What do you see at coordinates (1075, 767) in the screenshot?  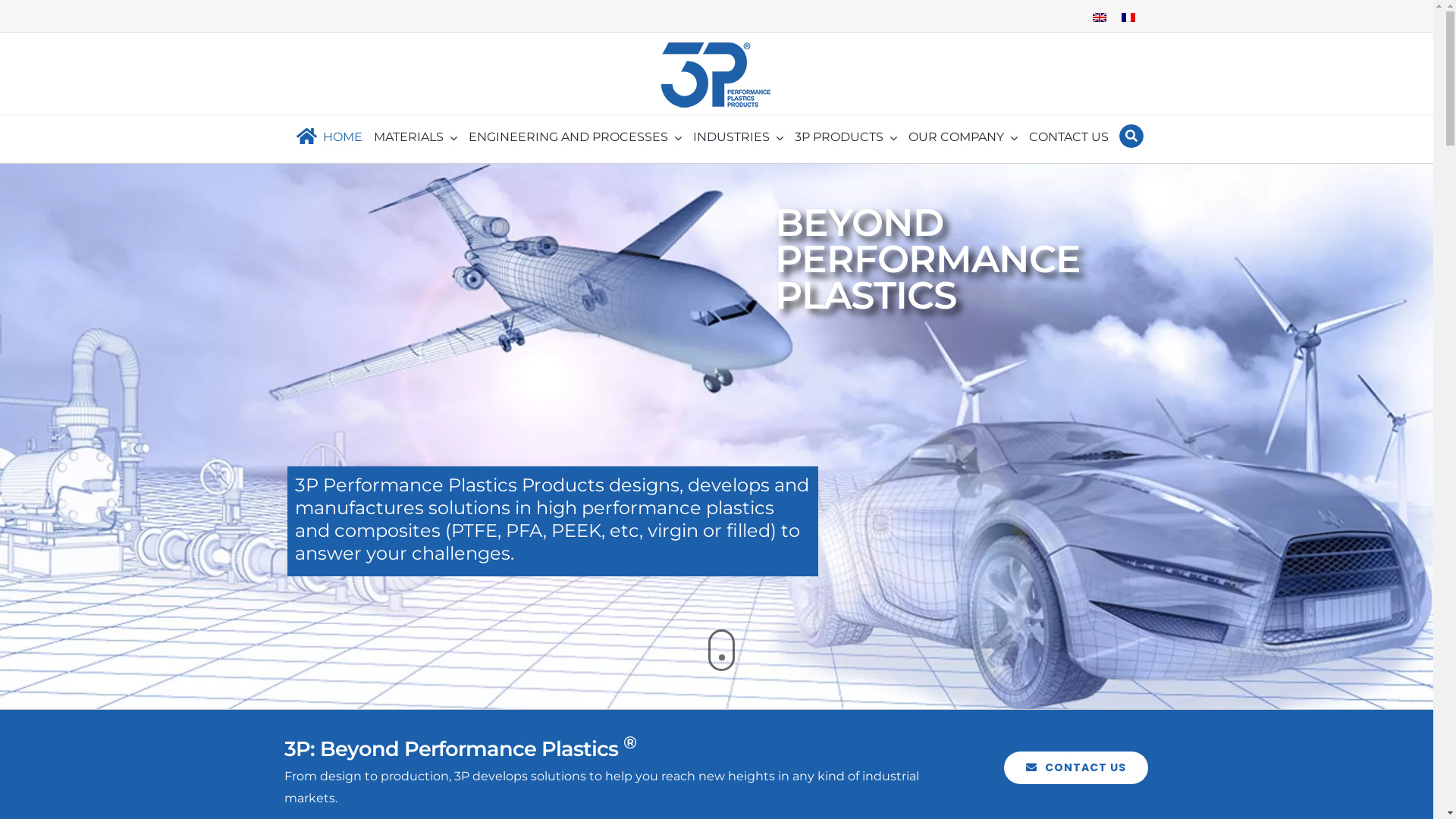 I see `'CONTACT US'` at bounding box center [1075, 767].